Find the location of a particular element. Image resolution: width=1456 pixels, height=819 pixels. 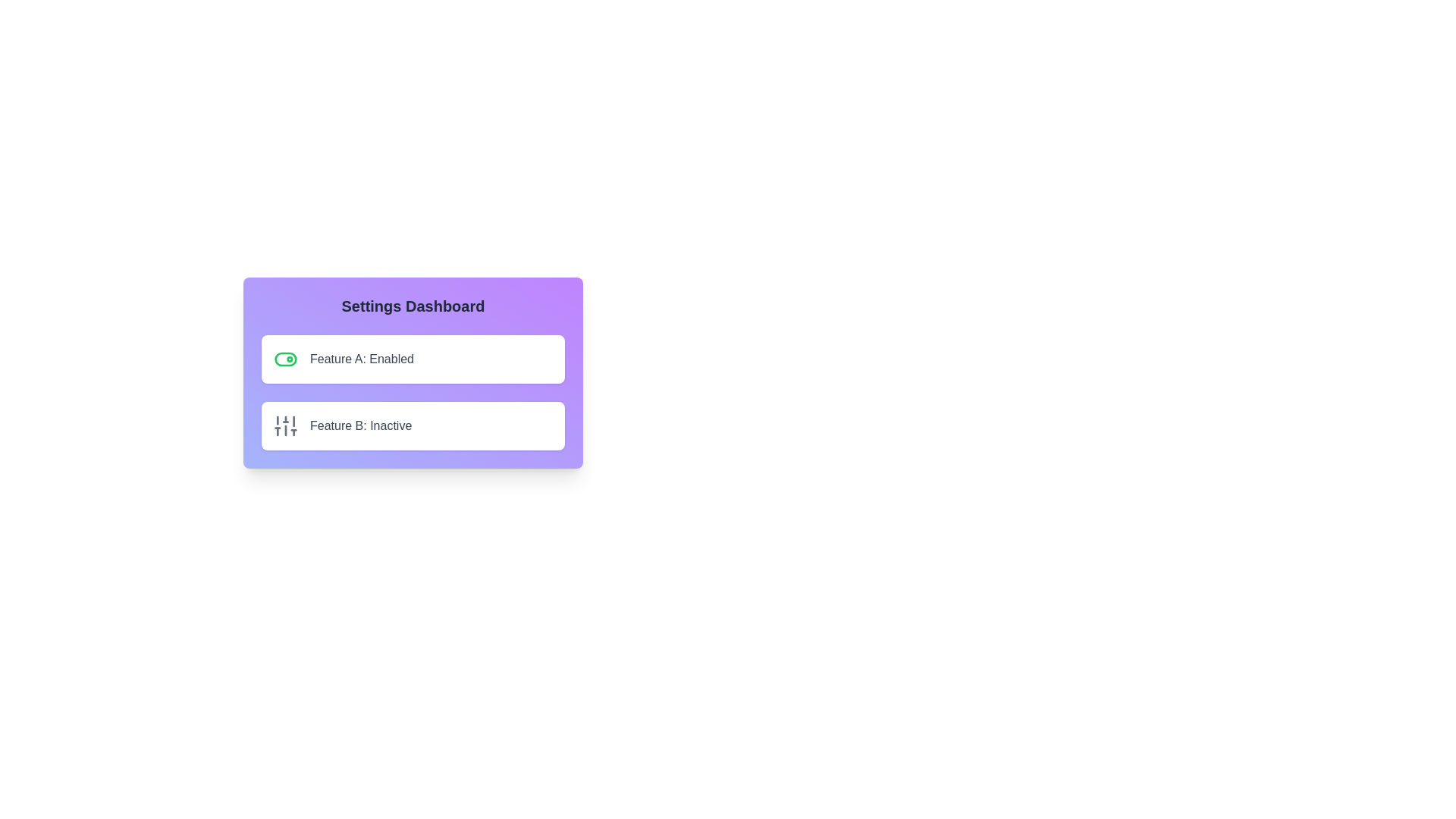

the toggle icon for Feature A to change its status is located at coordinates (286, 359).